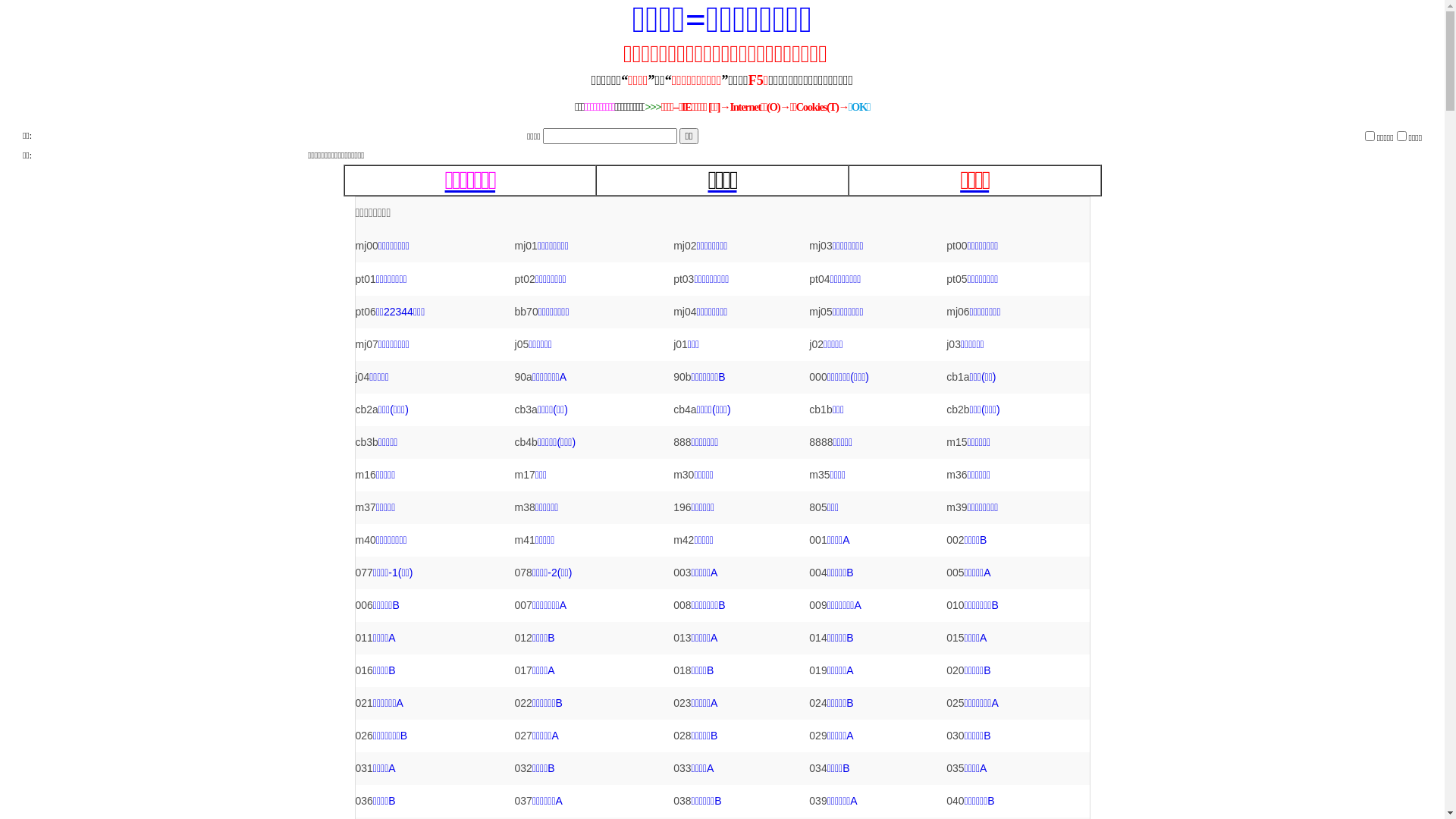  What do you see at coordinates (362, 573) in the screenshot?
I see `'077'` at bounding box center [362, 573].